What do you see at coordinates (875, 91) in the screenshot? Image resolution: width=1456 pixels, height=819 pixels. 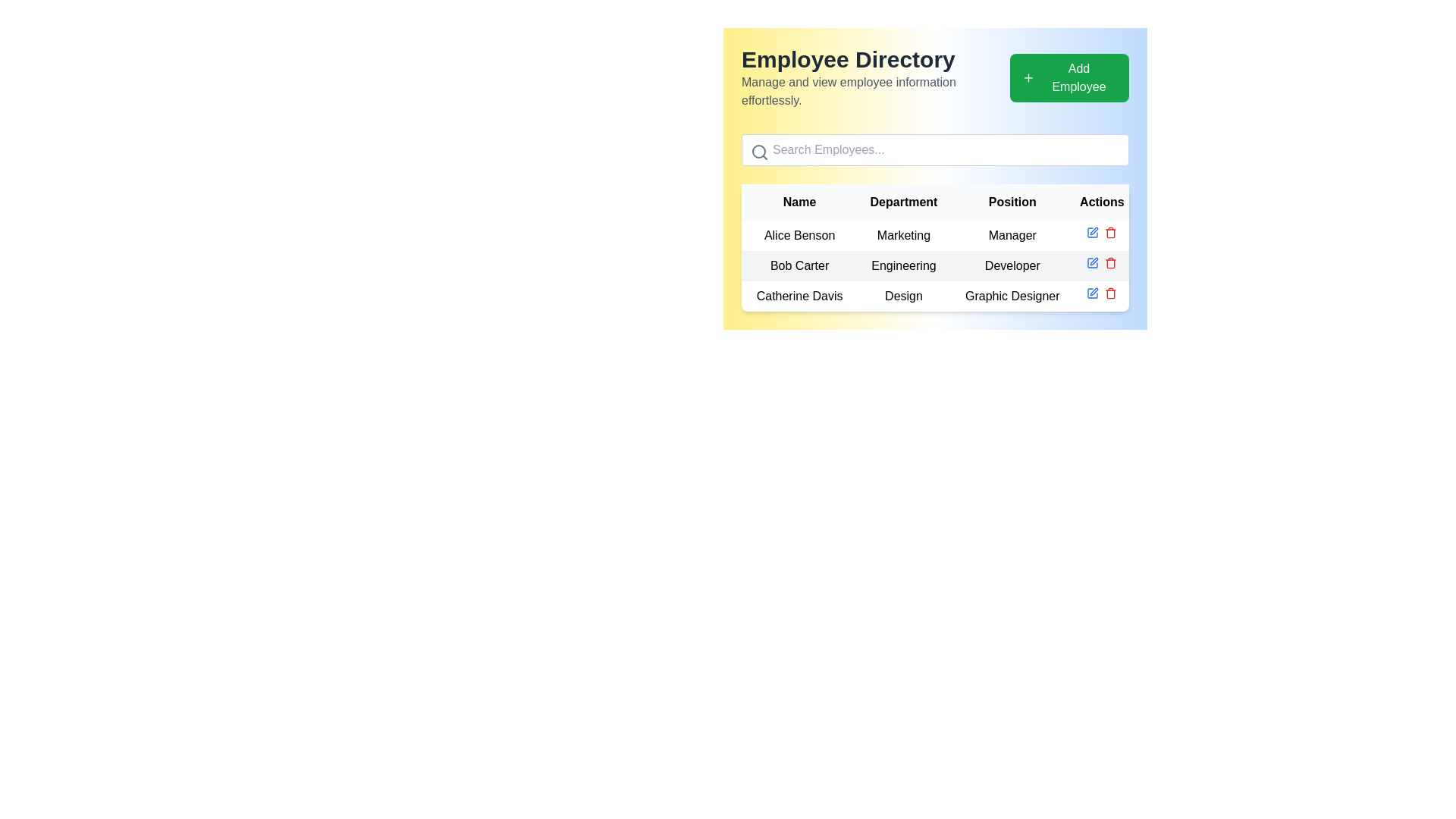 I see `the descriptive subtitle text label providing instructions for the 'Employee Directory' feature, located below the heading 'Employee Directory' in the yellow background header section` at bounding box center [875, 91].